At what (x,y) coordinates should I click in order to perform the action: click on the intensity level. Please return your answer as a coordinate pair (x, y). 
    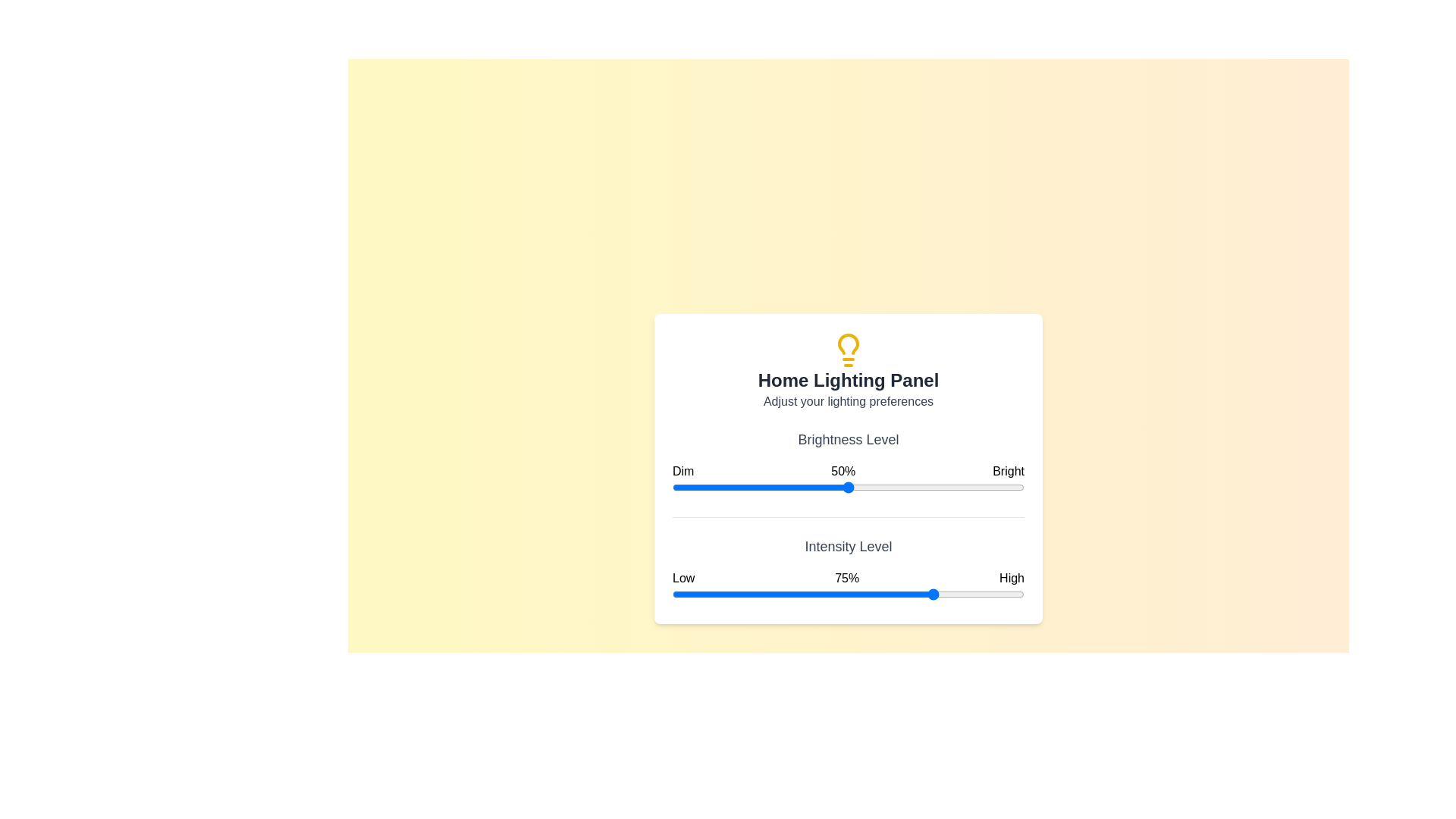
    Looking at the image, I should click on (911, 593).